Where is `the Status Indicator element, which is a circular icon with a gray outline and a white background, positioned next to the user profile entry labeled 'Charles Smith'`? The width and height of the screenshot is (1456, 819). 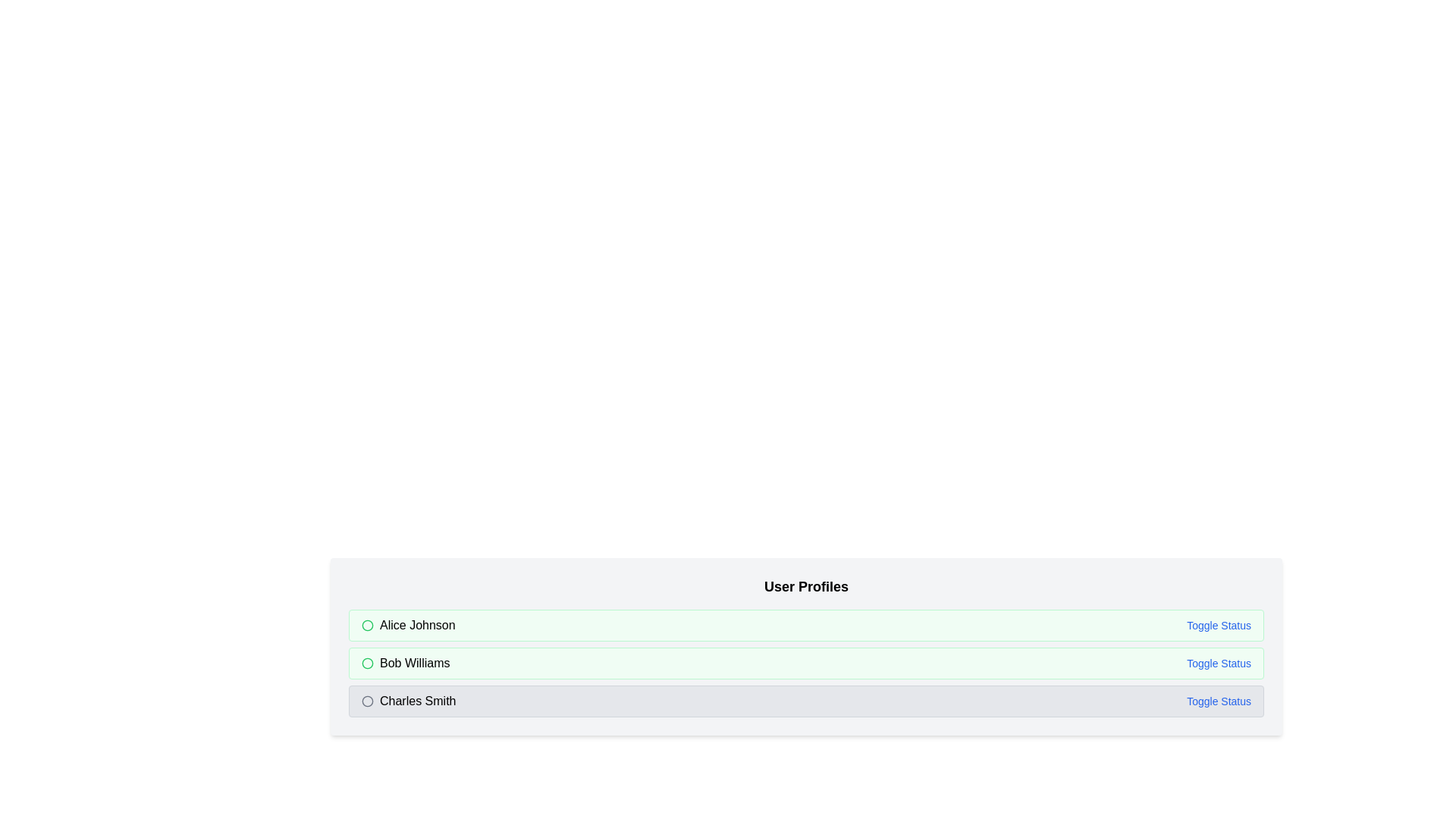
the Status Indicator element, which is a circular icon with a gray outline and a white background, positioned next to the user profile entry labeled 'Charles Smith' is located at coordinates (367, 701).